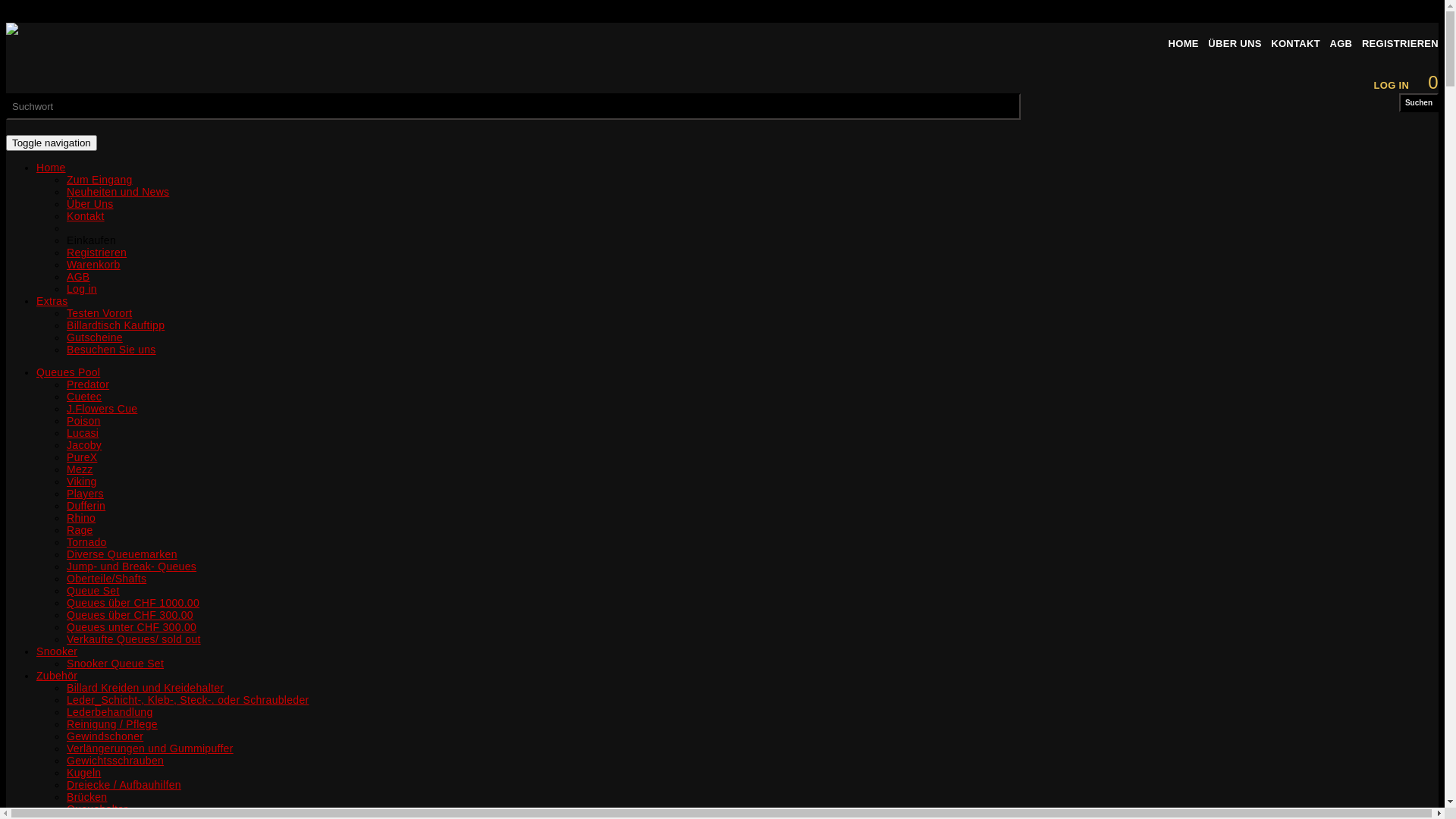 The width and height of the screenshot is (1456, 819). I want to click on 'Snooker', so click(57, 651).